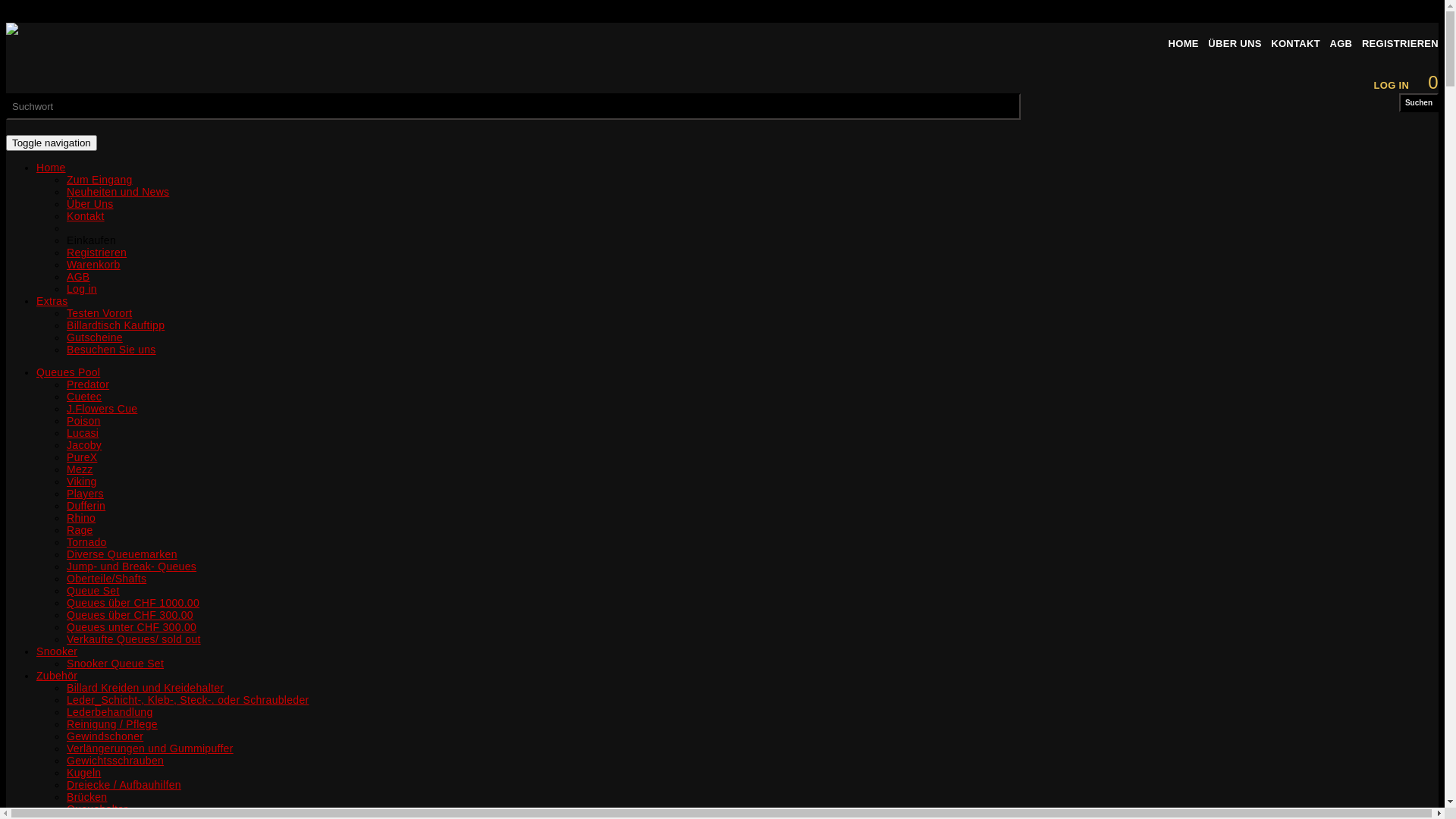 The width and height of the screenshot is (1456, 819). I want to click on 'Snooker', so click(57, 651).